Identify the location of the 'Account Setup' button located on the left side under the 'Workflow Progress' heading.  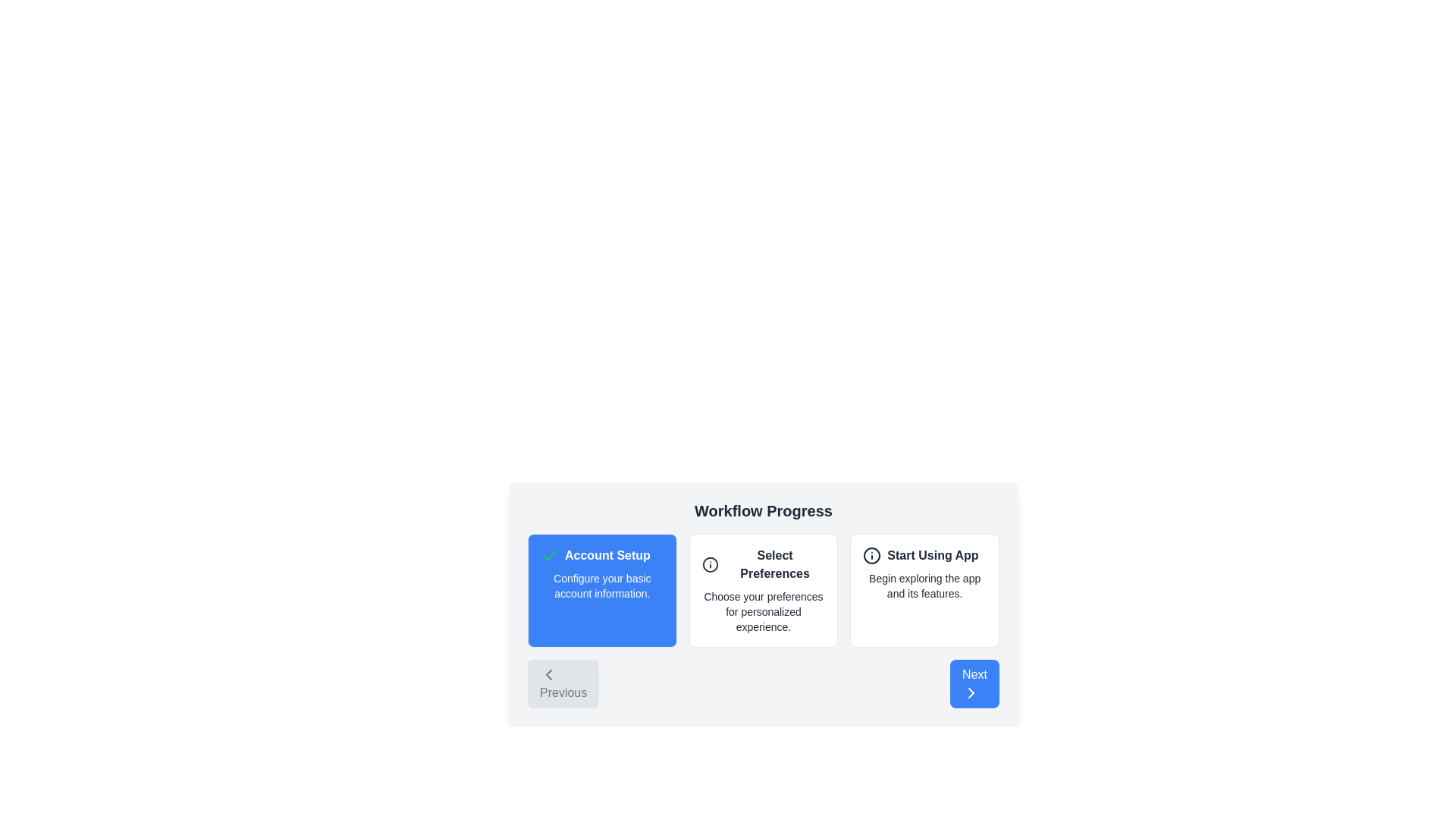
(601, 590).